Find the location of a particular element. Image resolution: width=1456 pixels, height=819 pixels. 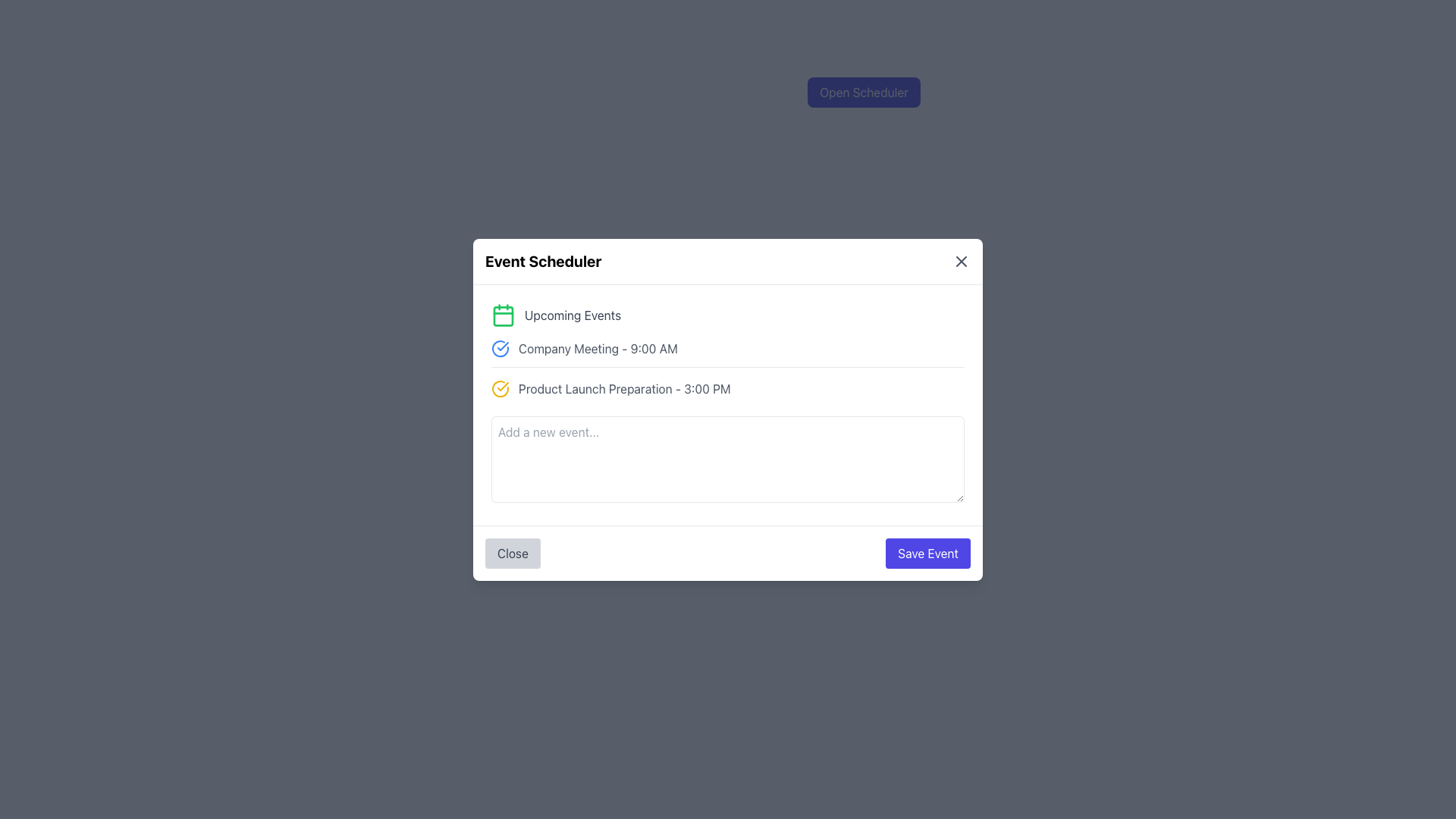

text label 'Product Launch Preparation - 3:00 PM' which is accompanied by a yellow check mark icon, located in the 'Event Scheduler' modal dialog box as the second item in the list of events is located at coordinates (728, 388).